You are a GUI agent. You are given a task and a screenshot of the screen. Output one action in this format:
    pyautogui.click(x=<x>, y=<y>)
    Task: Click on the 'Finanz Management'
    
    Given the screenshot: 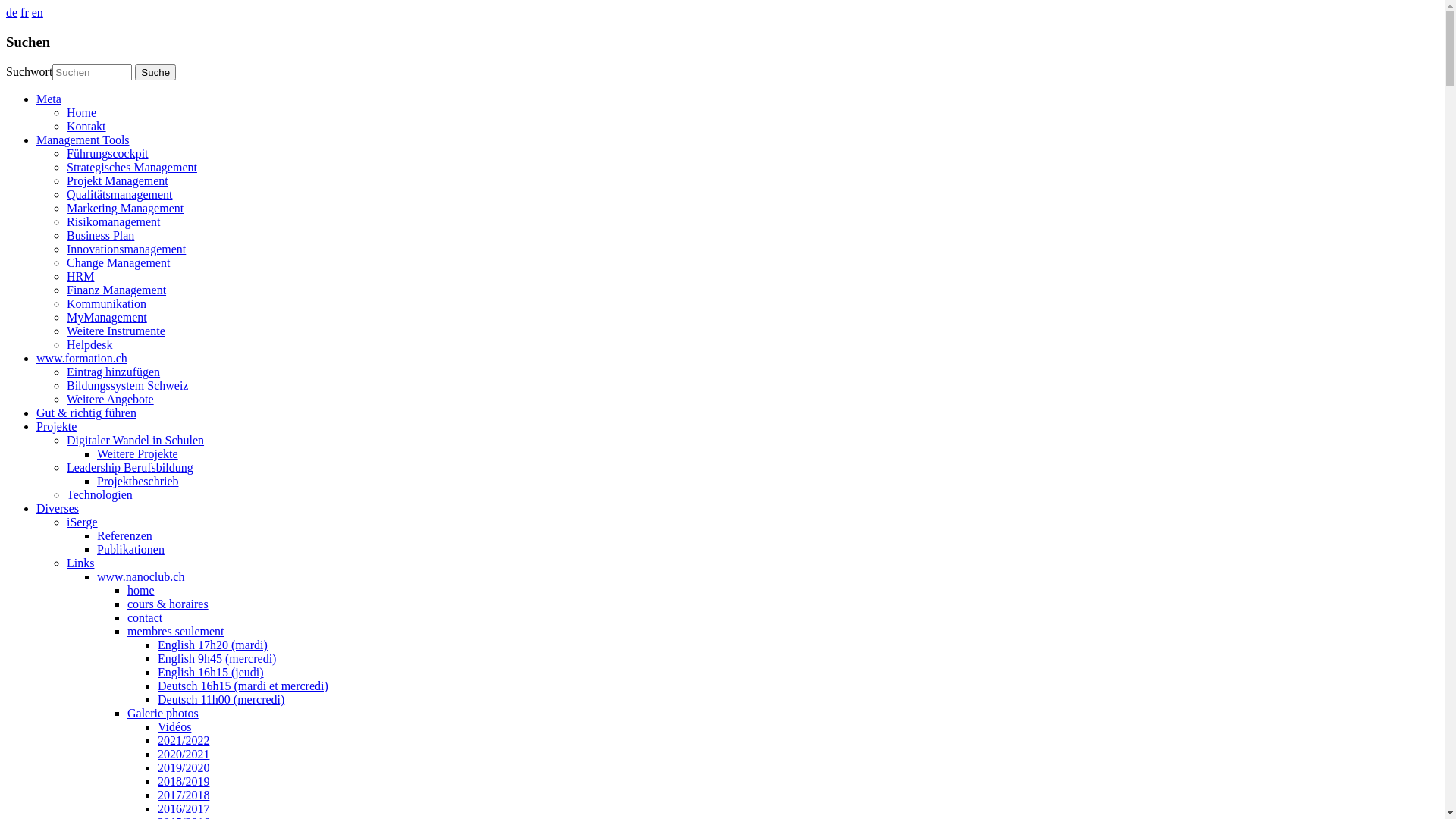 What is the action you would take?
    pyautogui.click(x=115, y=290)
    